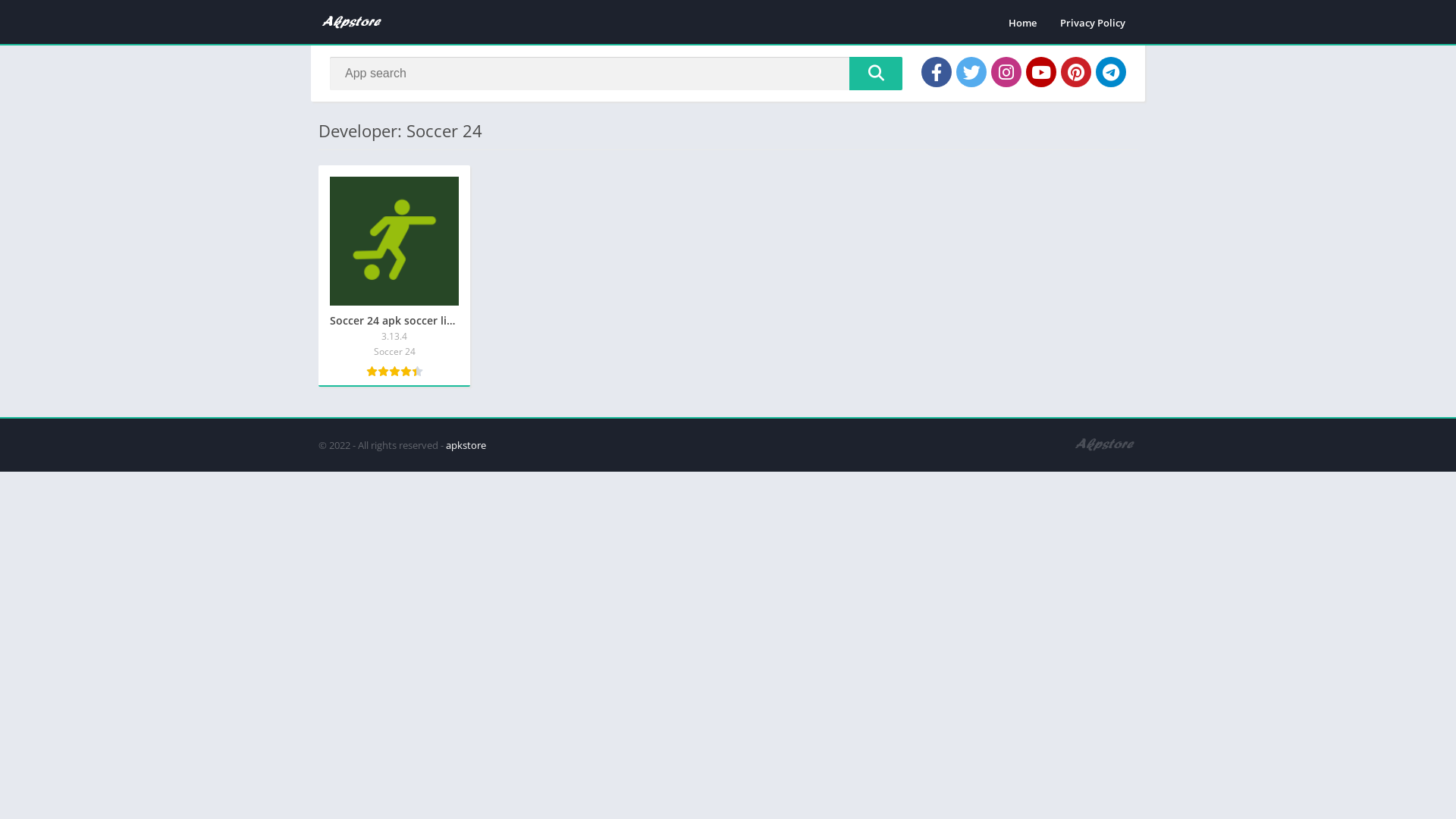 The image size is (1456, 819). What do you see at coordinates (1075, 72) in the screenshot?
I see `'Pinterest'` at bounding box center [1075, 72].